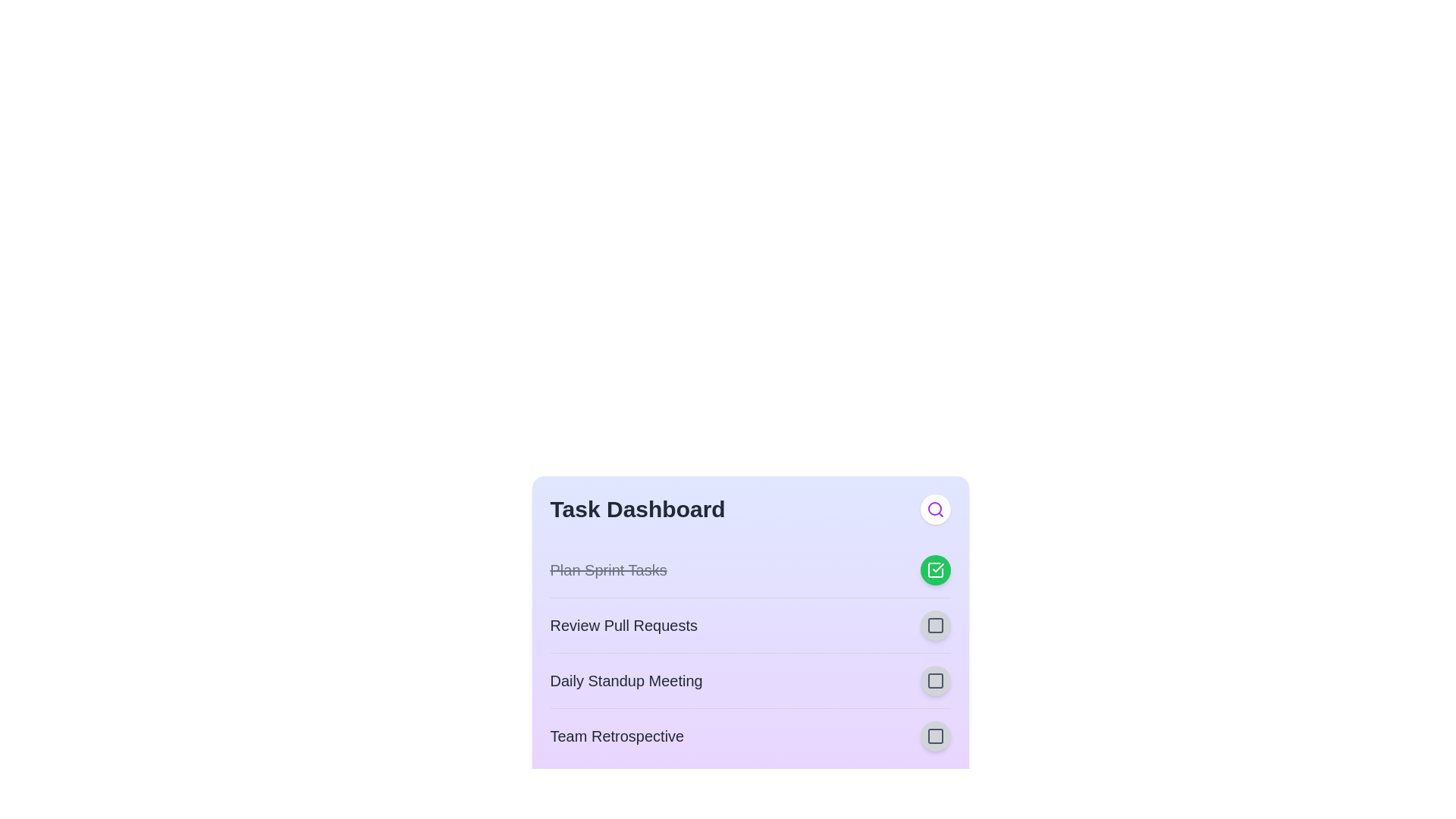  What do you see at coordinates (623, 626) in the screenshot?
I see `the task title 'Review Pull Requests' to focus or select the text` at bounding box center [623, 626].